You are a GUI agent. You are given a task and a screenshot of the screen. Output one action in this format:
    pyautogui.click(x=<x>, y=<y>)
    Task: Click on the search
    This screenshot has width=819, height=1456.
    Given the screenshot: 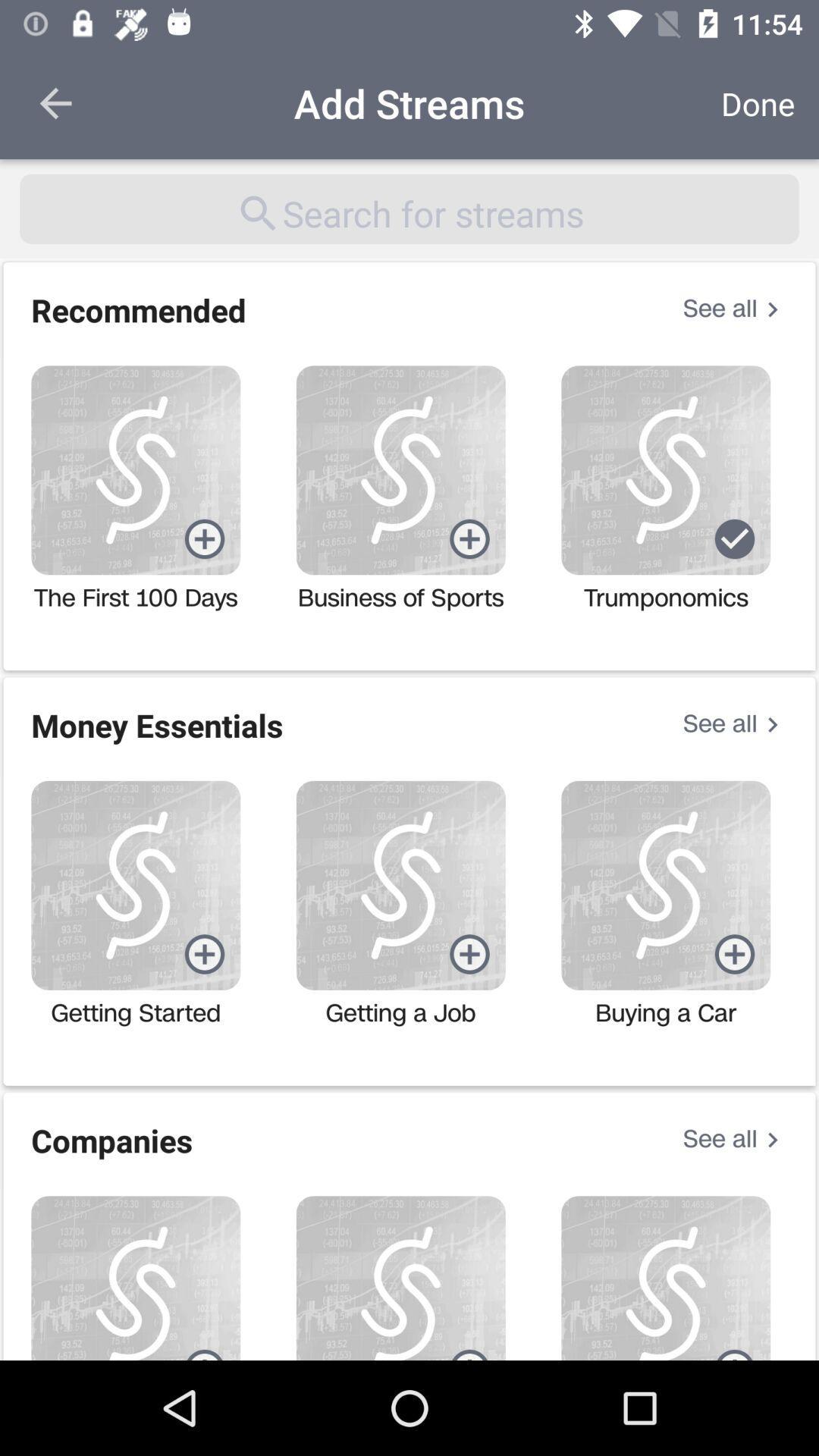 What is the action you would take?
    pyautogui.click(x=409, y=208)
    